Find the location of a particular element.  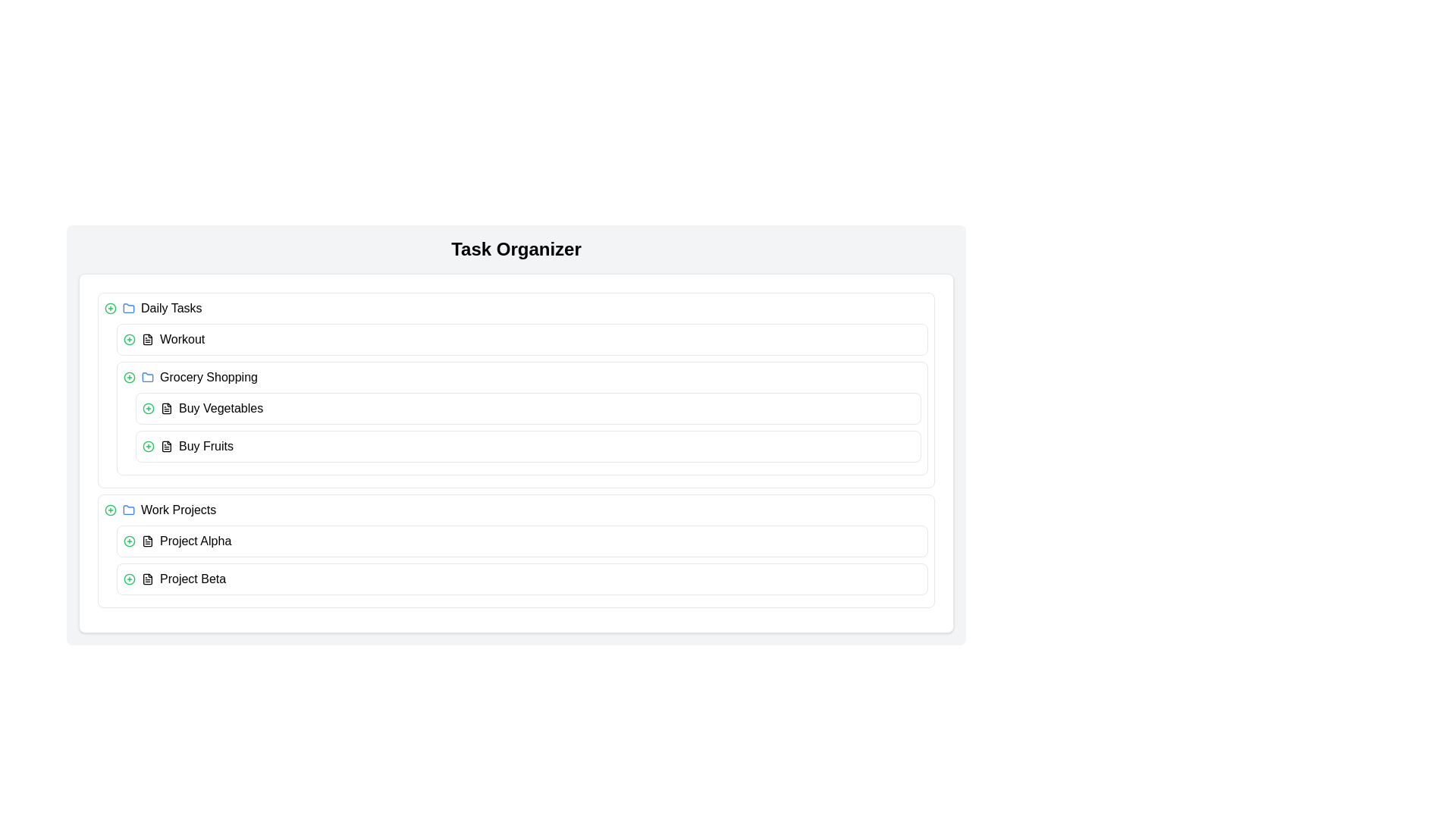

text label serving as the header for the 'Task Organizer' section, located at the top of the card is located at coordinates (516, 248).